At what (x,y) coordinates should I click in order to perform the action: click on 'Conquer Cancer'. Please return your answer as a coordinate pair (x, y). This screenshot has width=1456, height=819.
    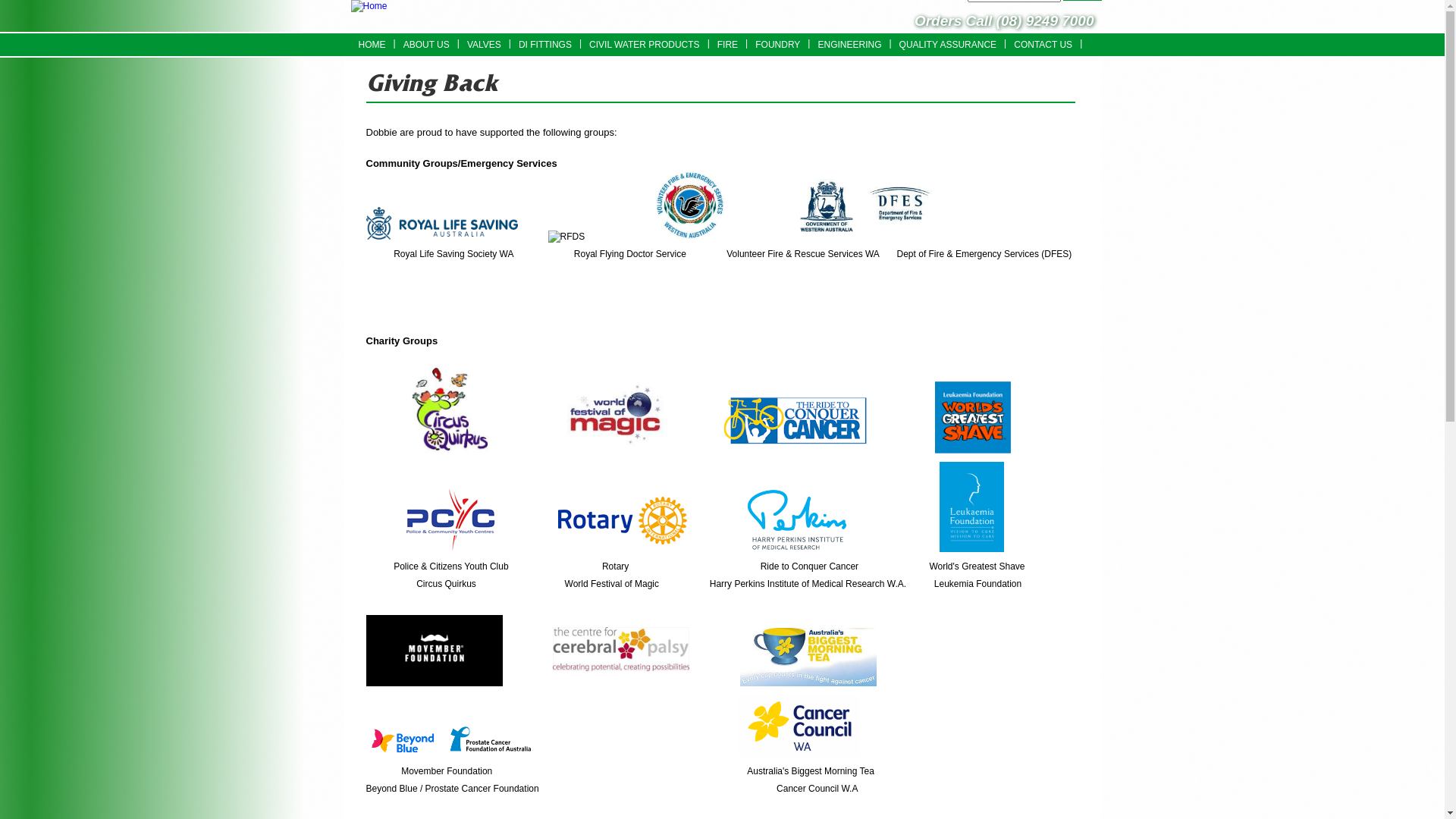
    Looking at the image, I should click on (789, 420).